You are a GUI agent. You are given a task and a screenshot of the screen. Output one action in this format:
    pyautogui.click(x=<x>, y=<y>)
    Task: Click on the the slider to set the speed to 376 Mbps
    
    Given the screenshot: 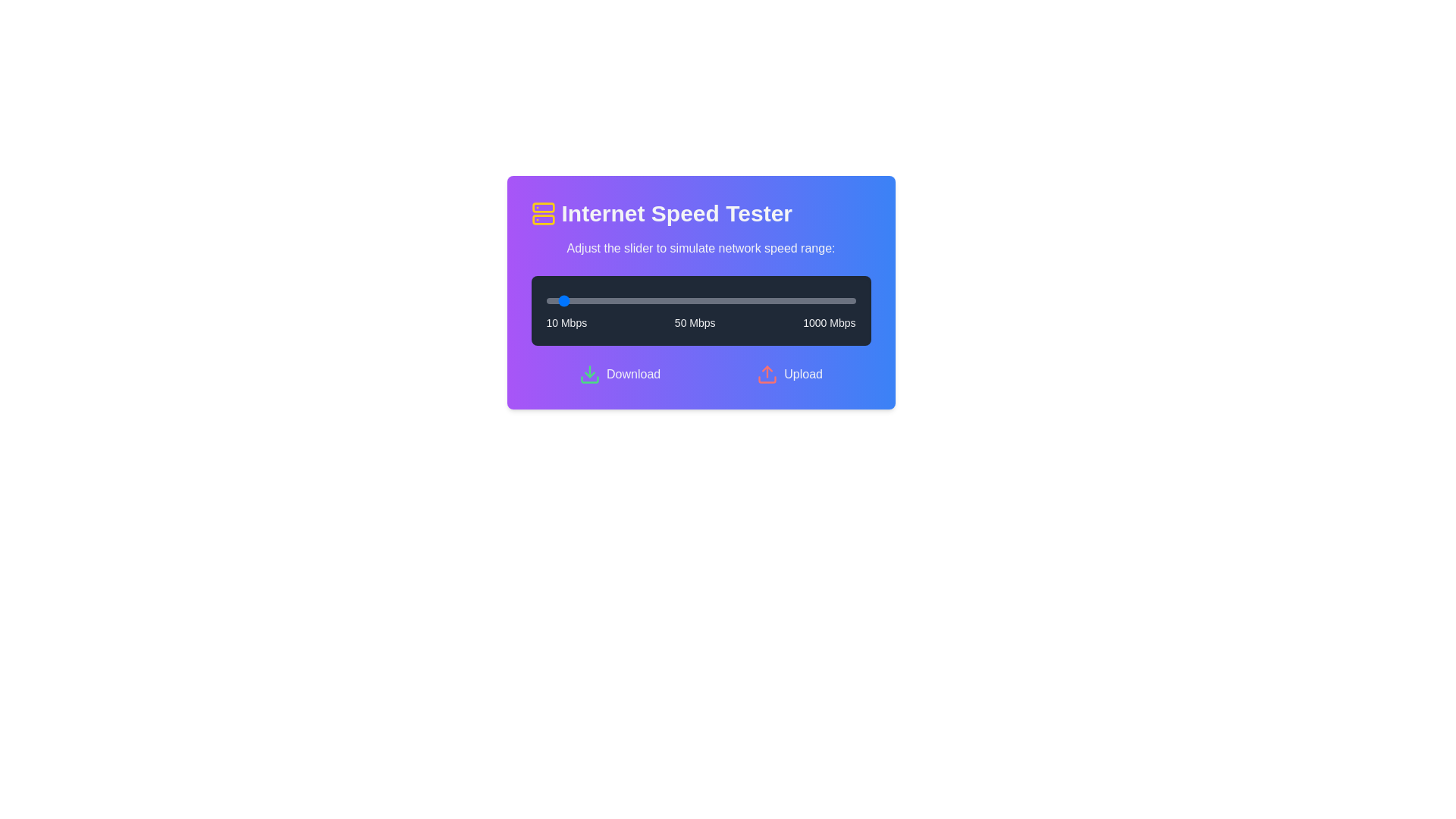 What is the action you would take?
    pyautogui.click(x=661, y=301)
    